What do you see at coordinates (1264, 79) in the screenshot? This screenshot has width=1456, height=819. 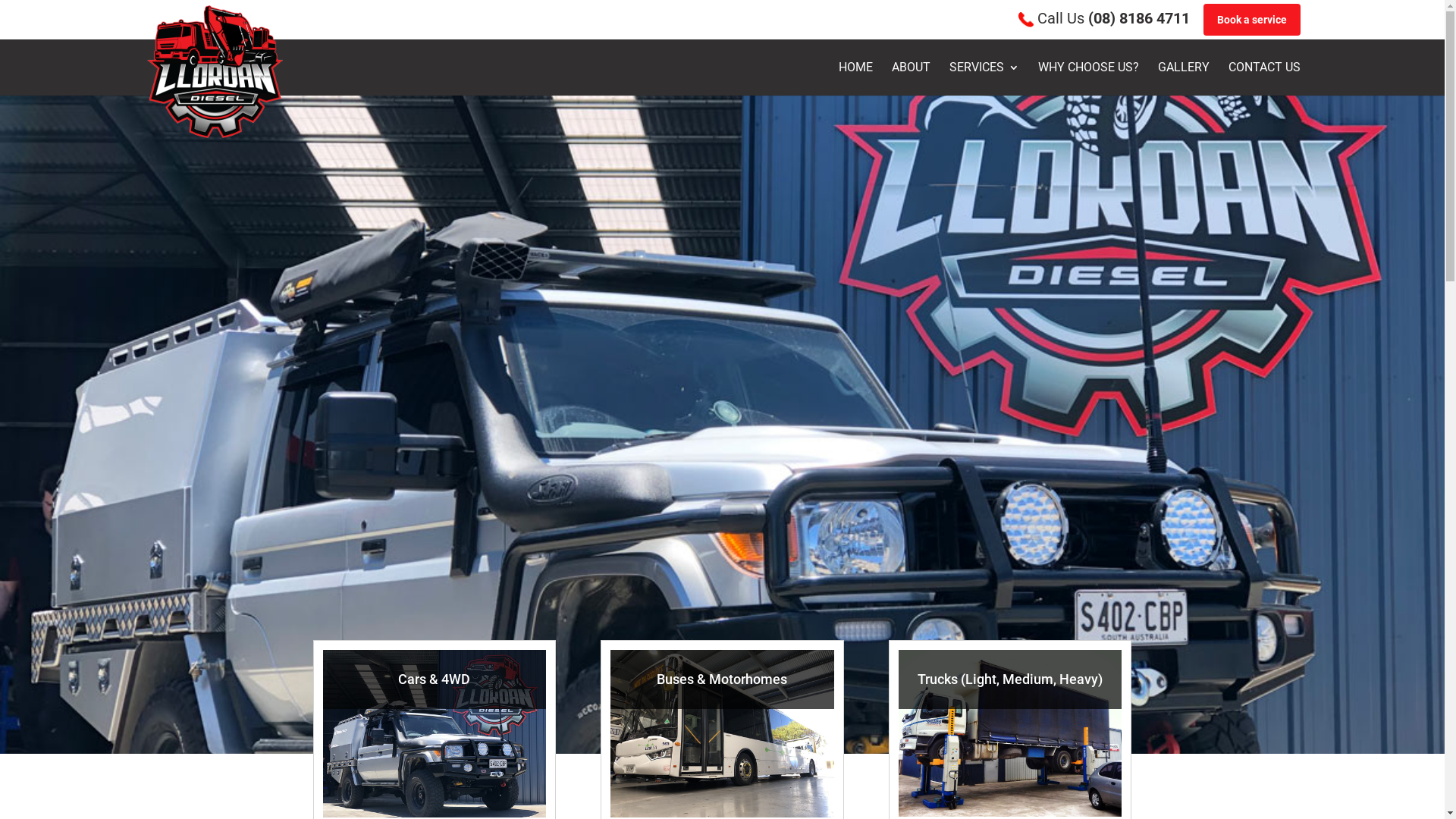 I see `'CONTACT US'` at bounding box center [1264, 79].